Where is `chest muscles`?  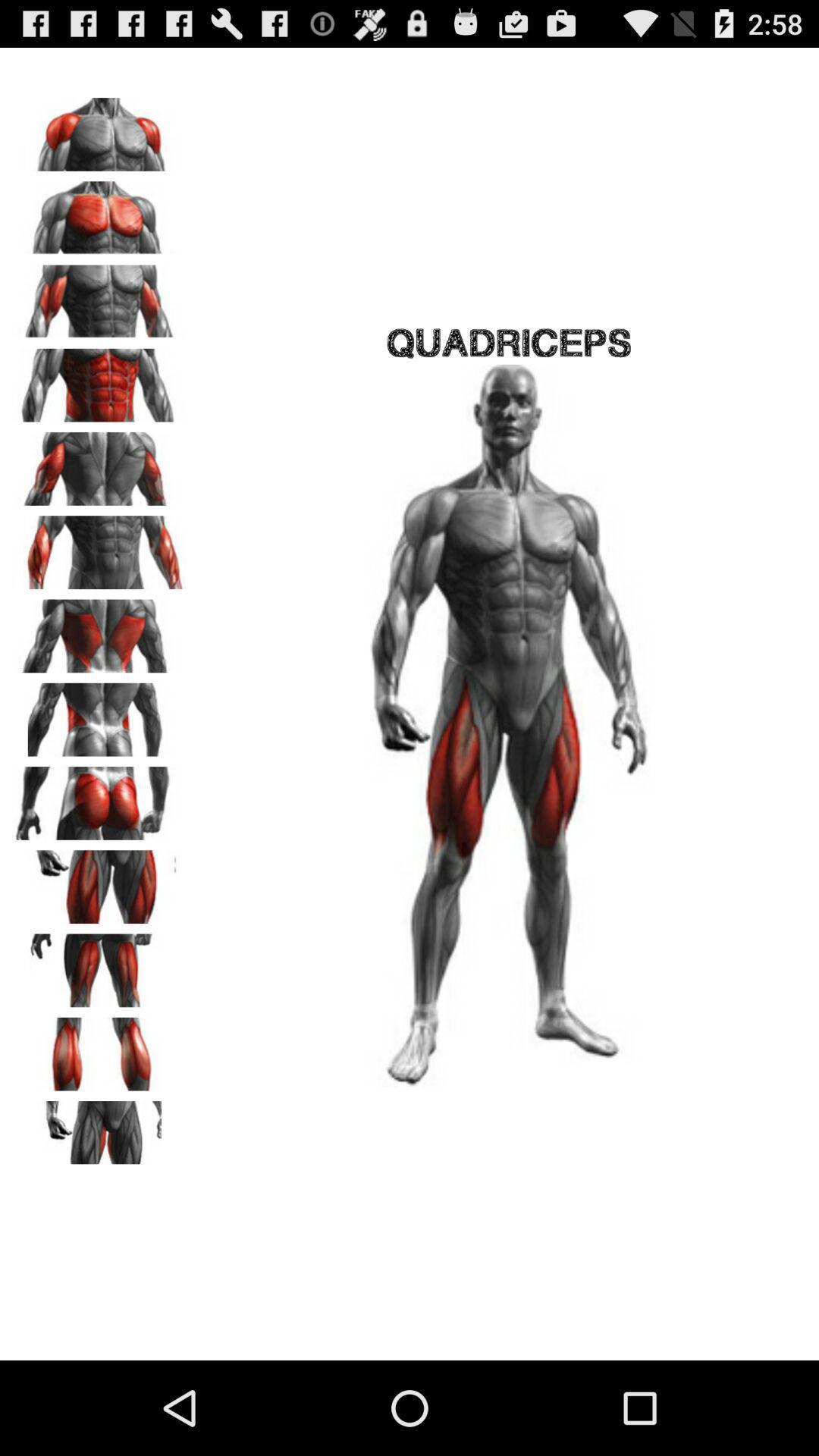 chest muscles is located at coordinates (99, 212).